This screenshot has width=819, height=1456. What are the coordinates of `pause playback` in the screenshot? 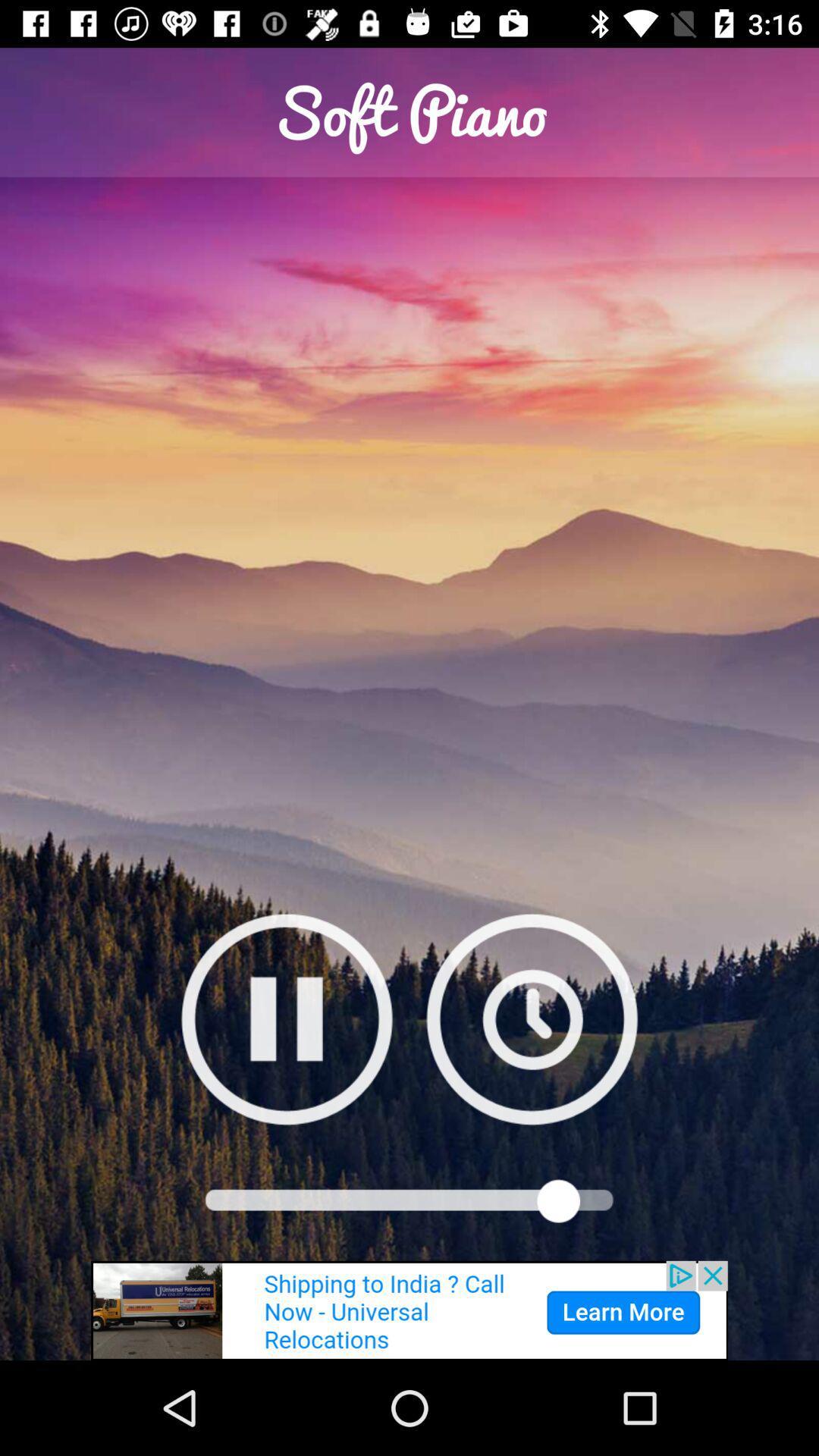 It's located at (287, 1018).